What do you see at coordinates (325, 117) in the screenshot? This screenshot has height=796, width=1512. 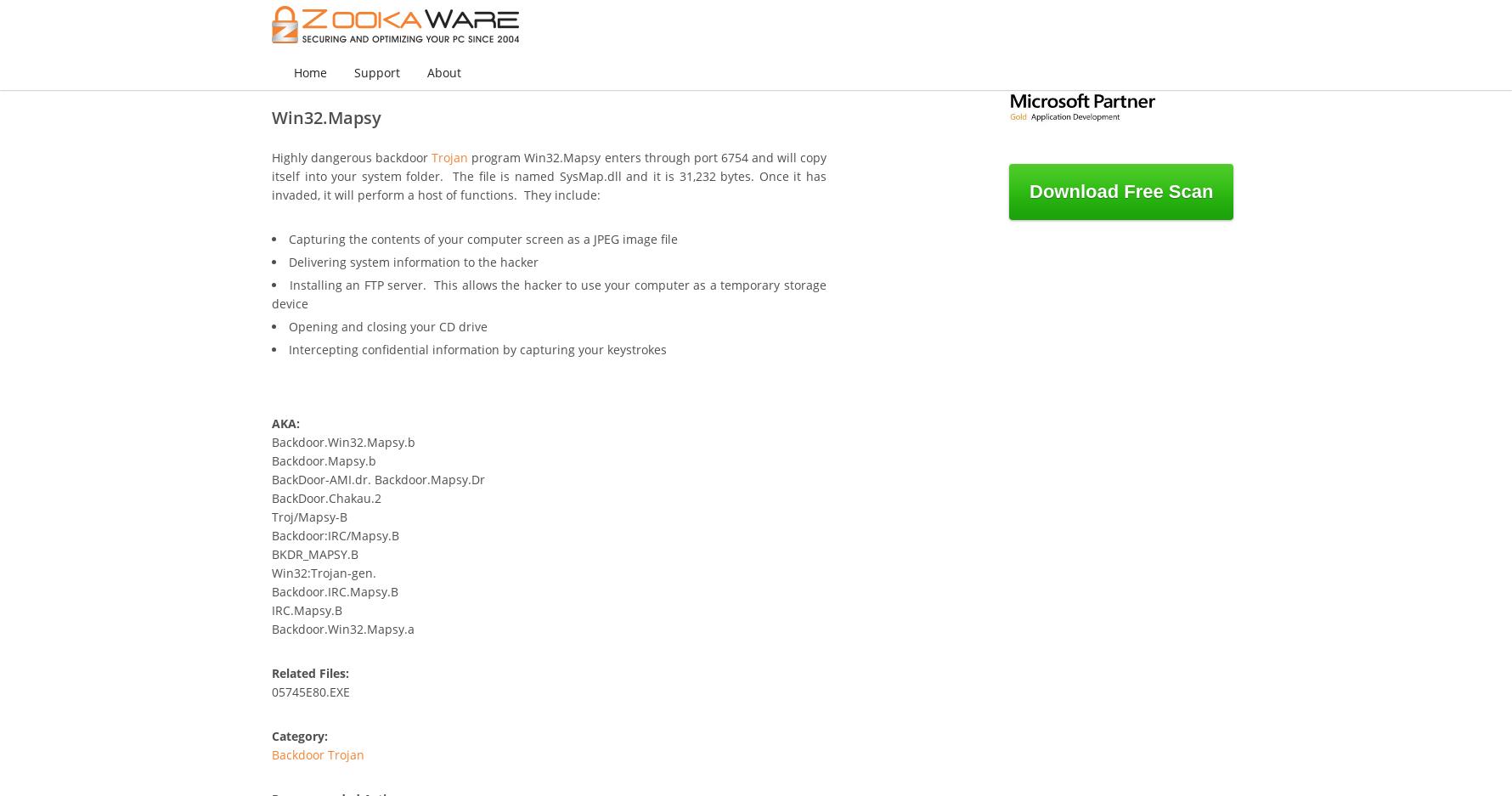 I see `'Win32.Mapsy'` at bounding box center [325, 117].